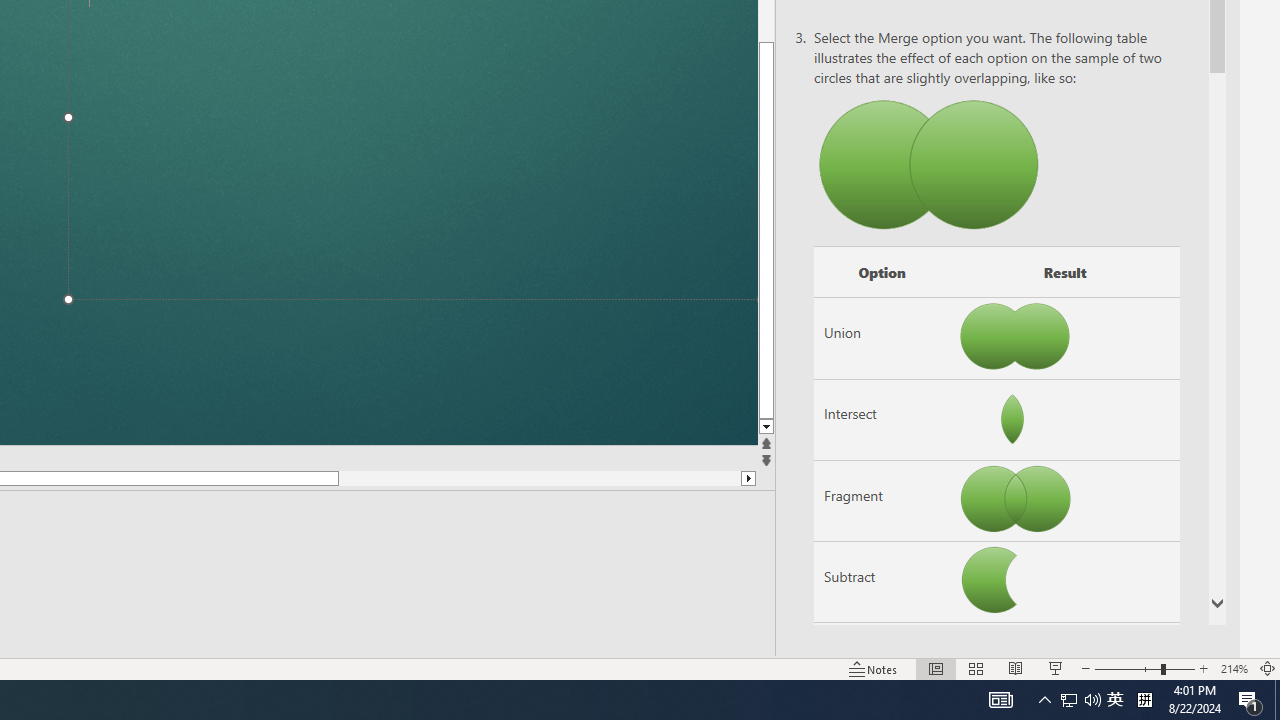  I want to click on 'Slide Show', so click(1055, 669).